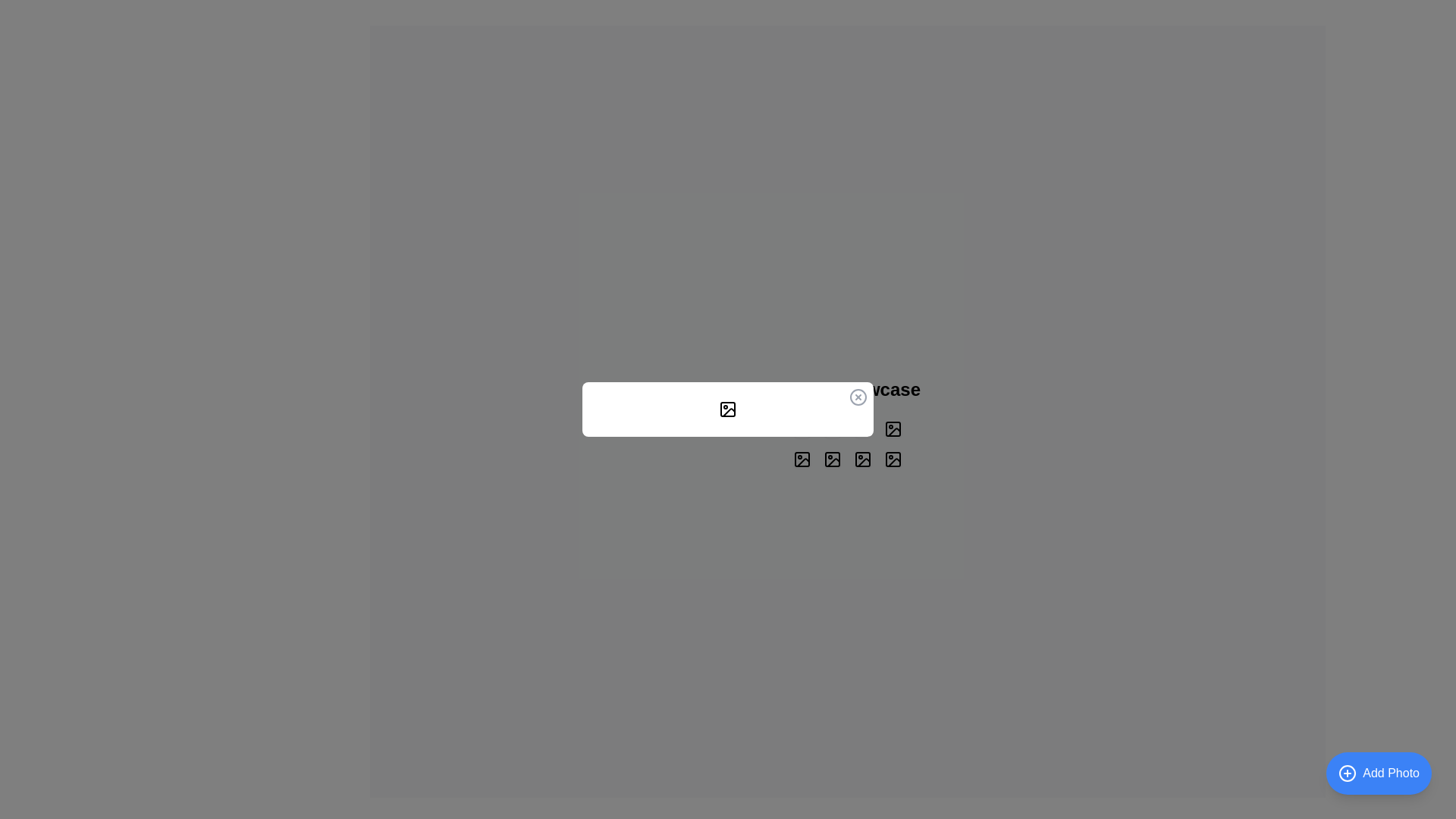  What do you see at coordinates (893, 458) in the screenshot?
I see `the fourth icon` at bounding box center [893, 458].